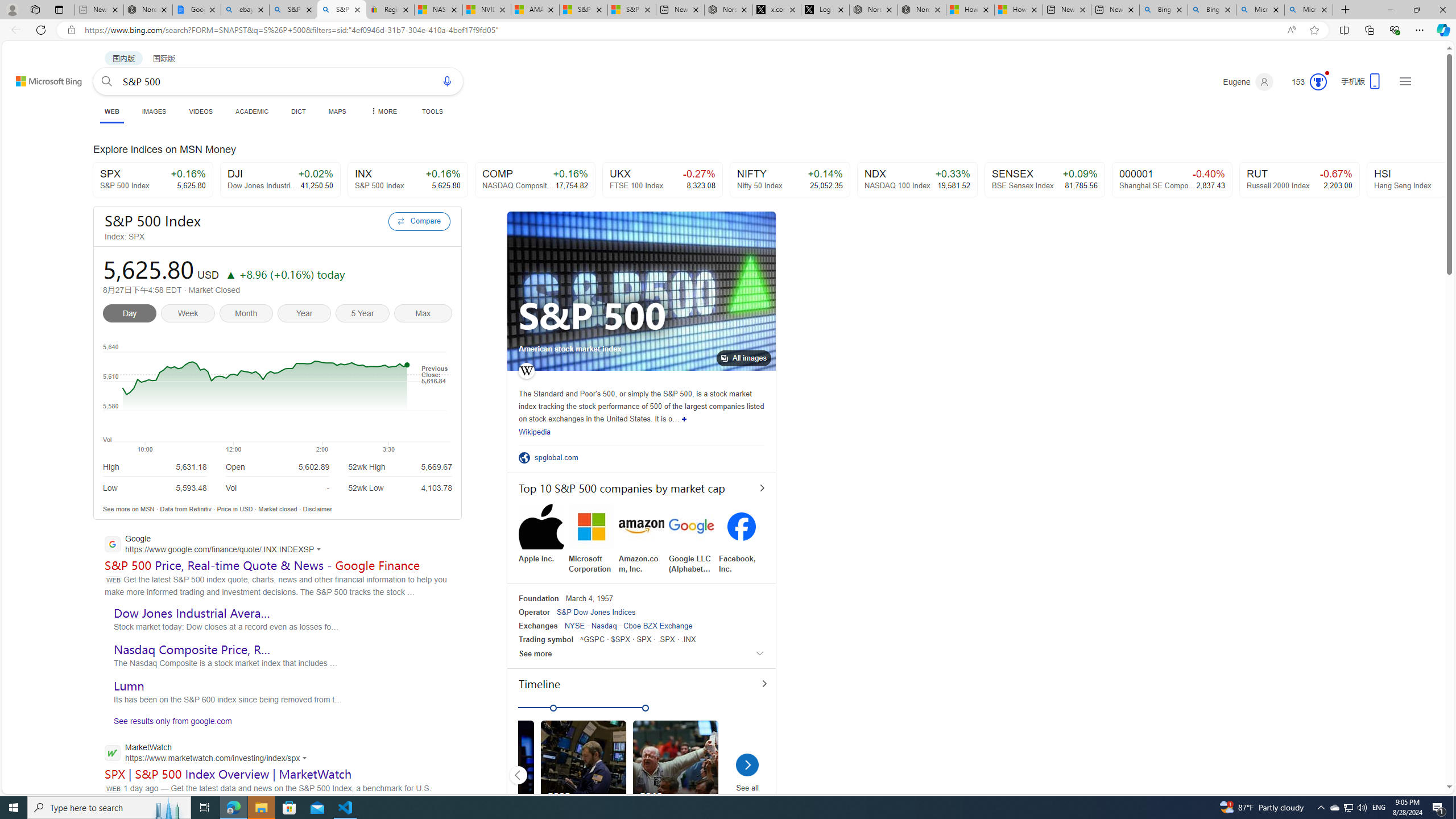  I want to click on 'S&P 500 - Search', so click(341, 9).